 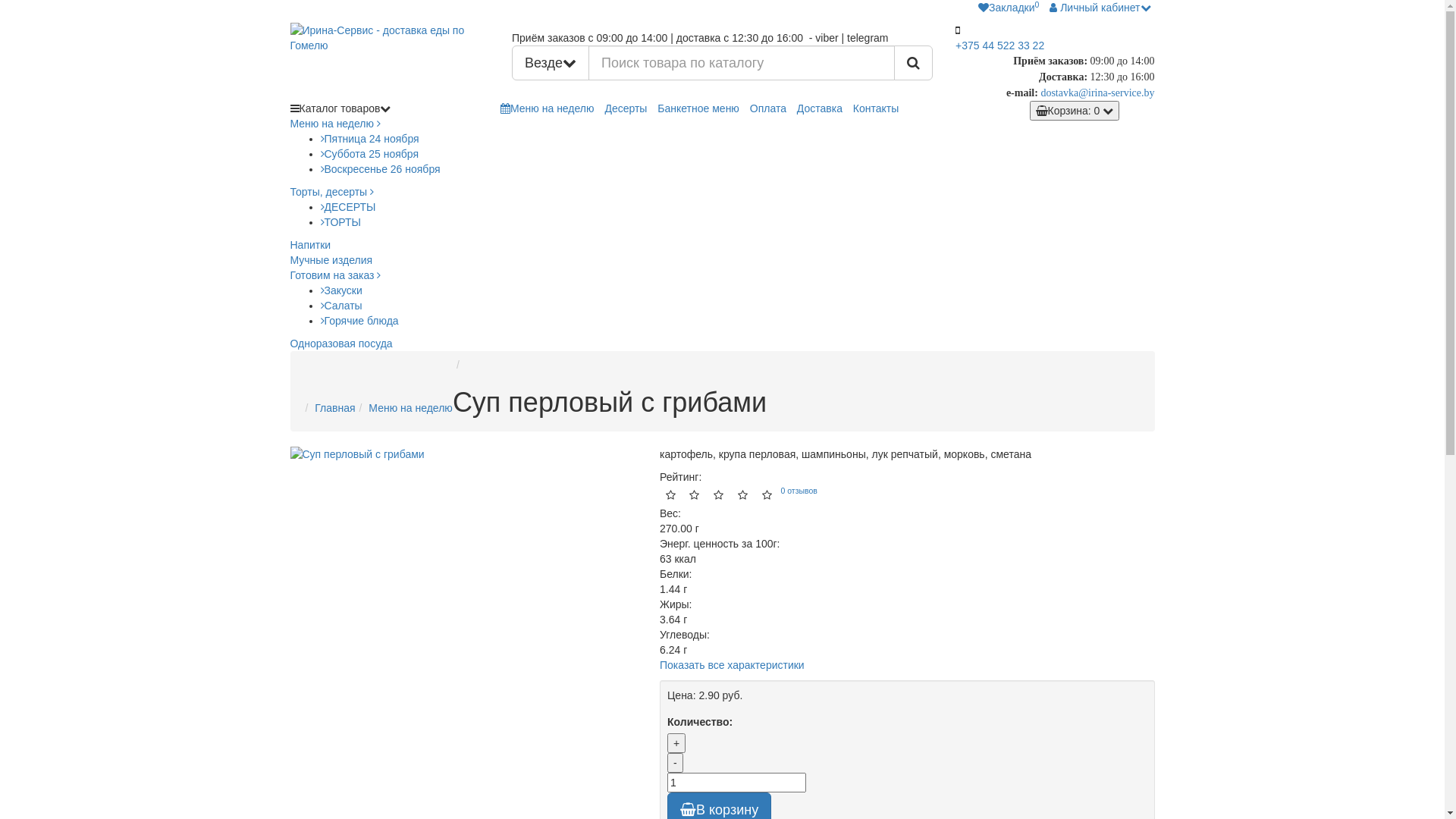 I want to click on '+', so click(x=676, y=742).